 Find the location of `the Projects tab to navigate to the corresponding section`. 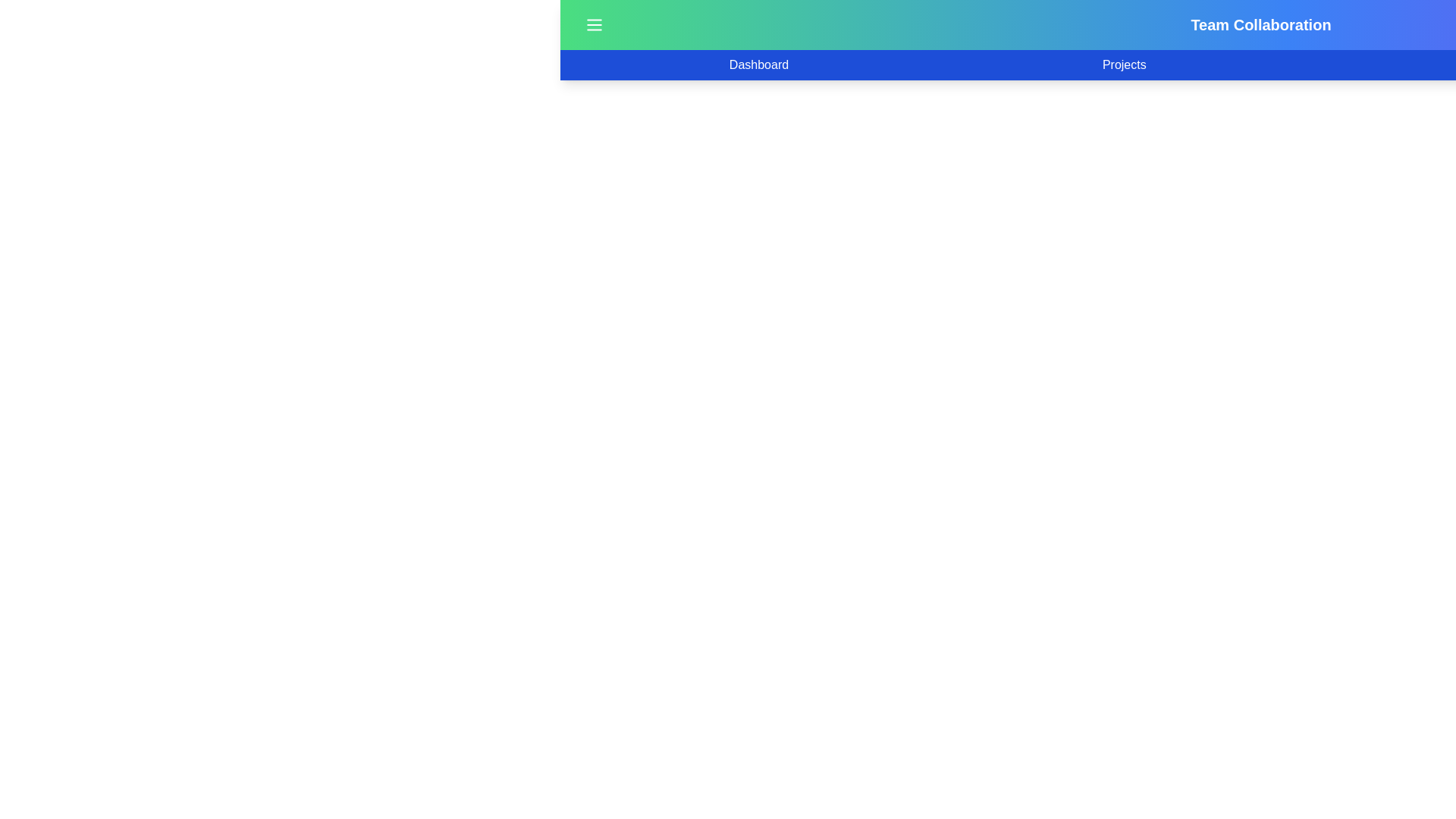

the Projects tab to navigate to the corresponding section is located at coordinates (1124, 64).